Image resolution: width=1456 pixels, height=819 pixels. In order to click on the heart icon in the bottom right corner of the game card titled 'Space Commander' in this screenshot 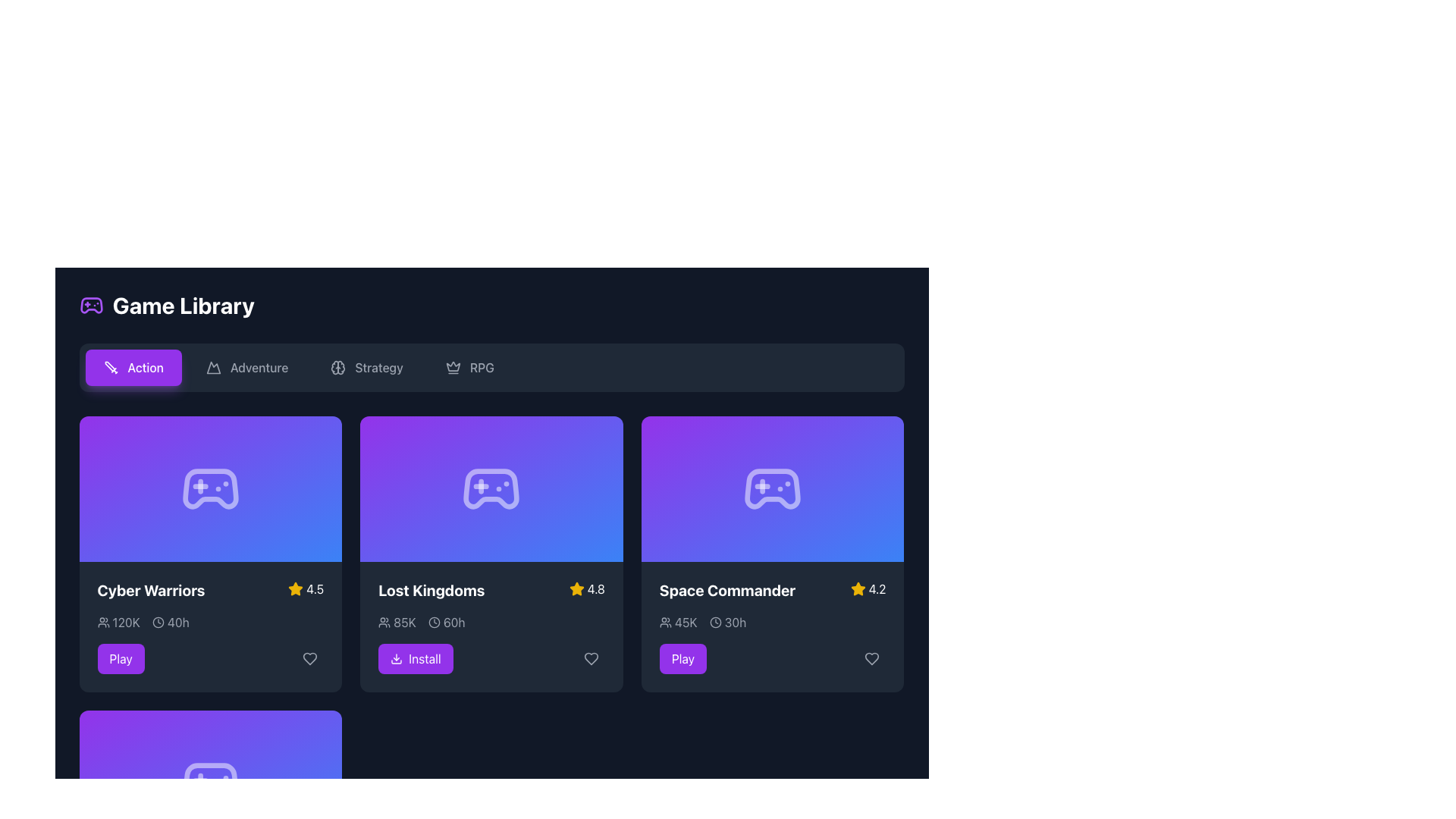, I will do `click(872, 657)`.